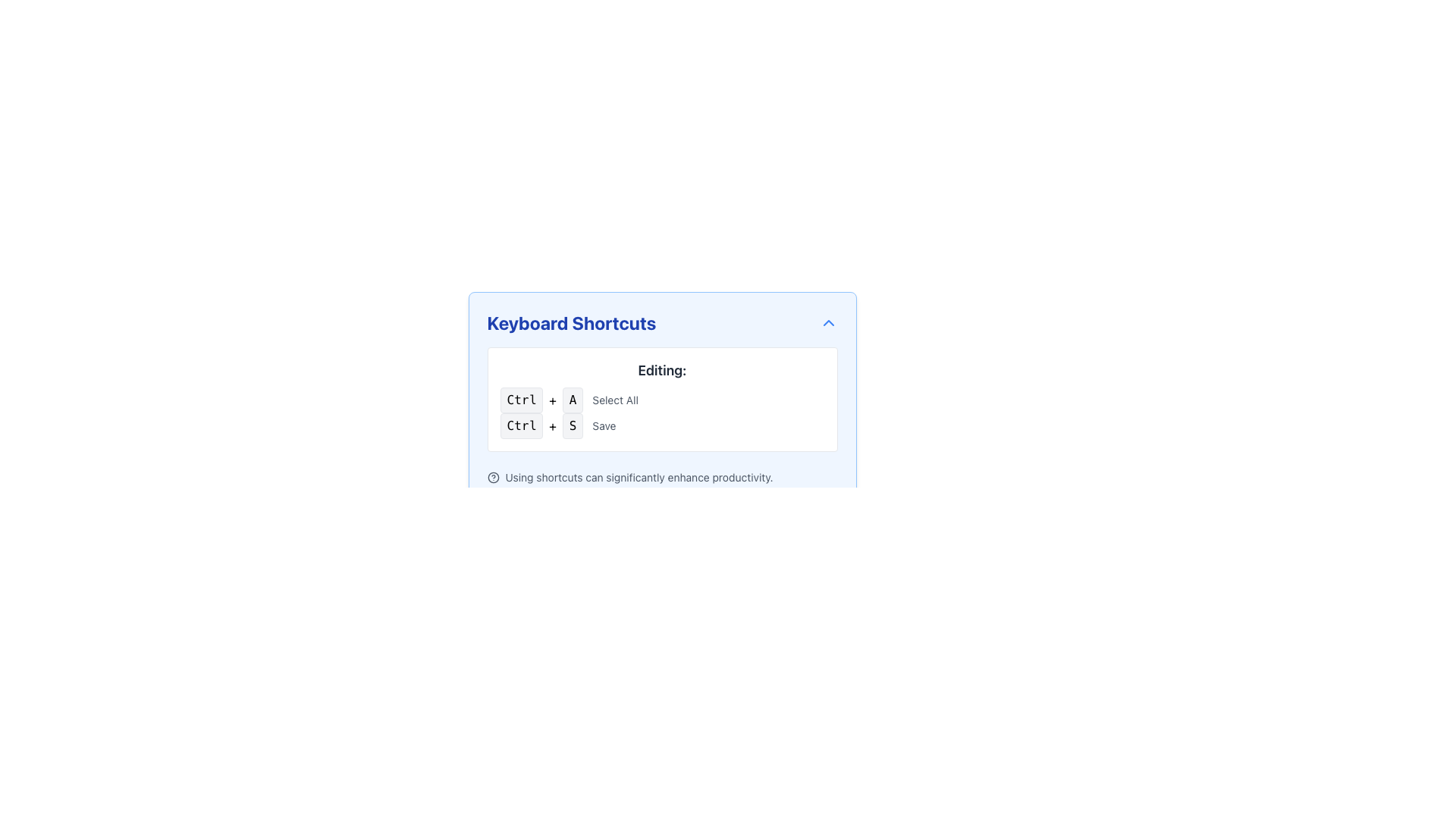  What do you see at coordinates (551, 426) in the screenshot?
I see `the Text Label that visually separates the keyboard shortcuts in the 'Editing' section, specifically between 'Ctrl' and 'S' in the 'Ctrl+S' entry` at bounding box center [551, 426].